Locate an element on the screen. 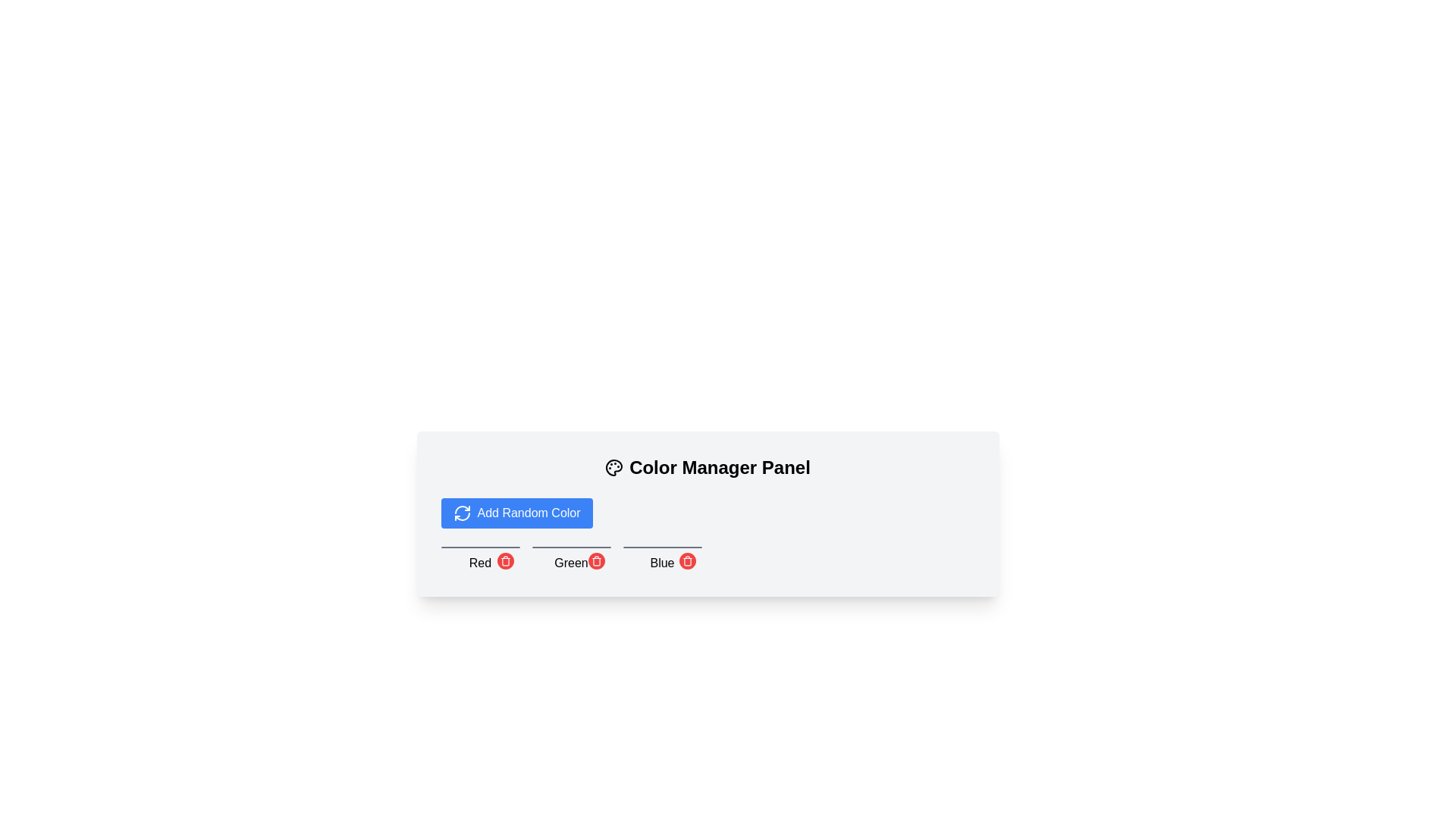  color labels 'Red', 'Green', and 'Blue' in the Grid of selectable or modifiable color items located below the 'Add Random Color' button in the 'Color Manager Panel' is located at coordinates (707, 559).